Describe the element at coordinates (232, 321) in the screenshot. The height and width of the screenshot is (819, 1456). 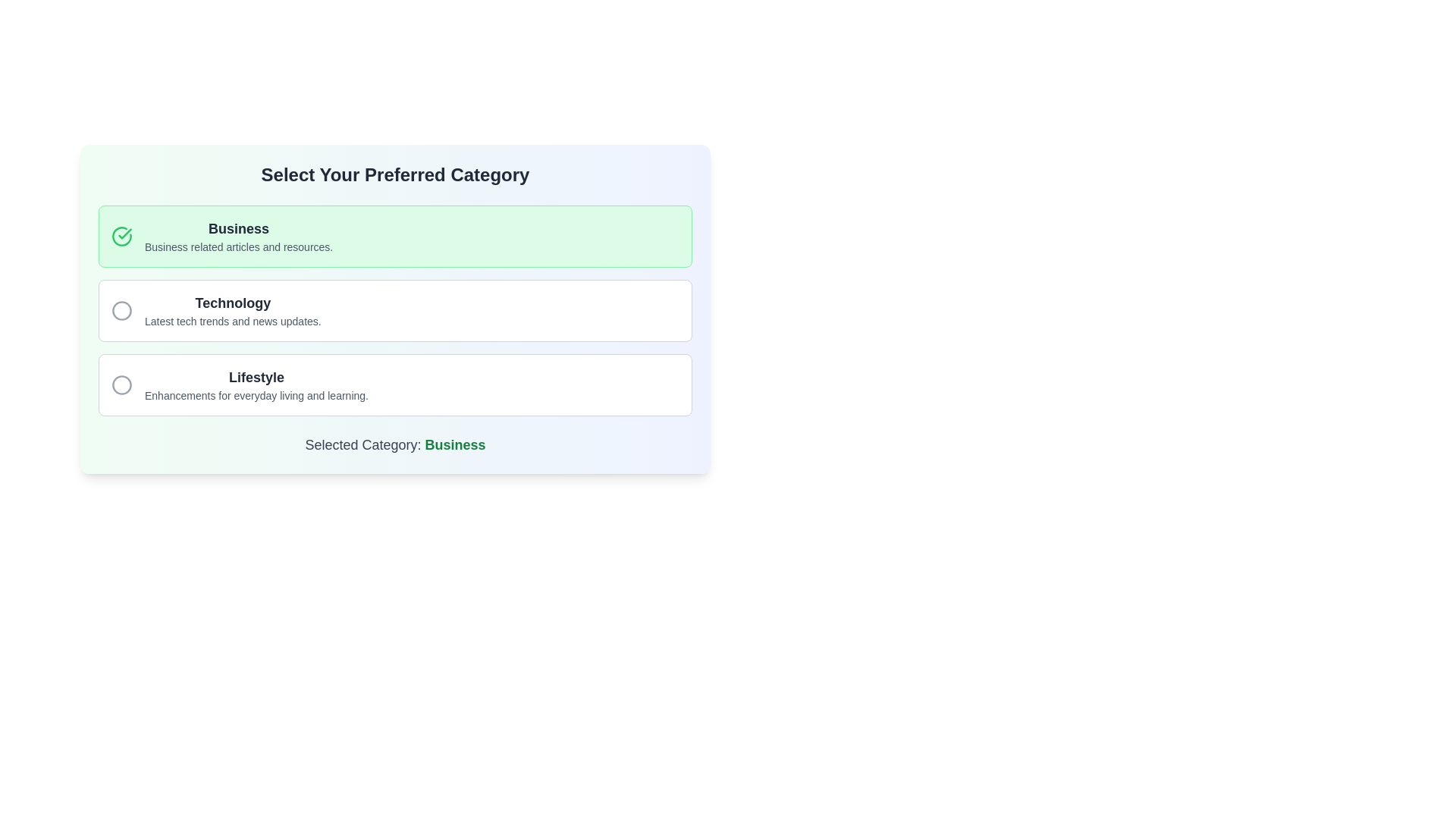
I see `the text label positioned directly beneath the 'Technology' title in the category selection interface, which provides additional context about the 'Technology' category` at that location.